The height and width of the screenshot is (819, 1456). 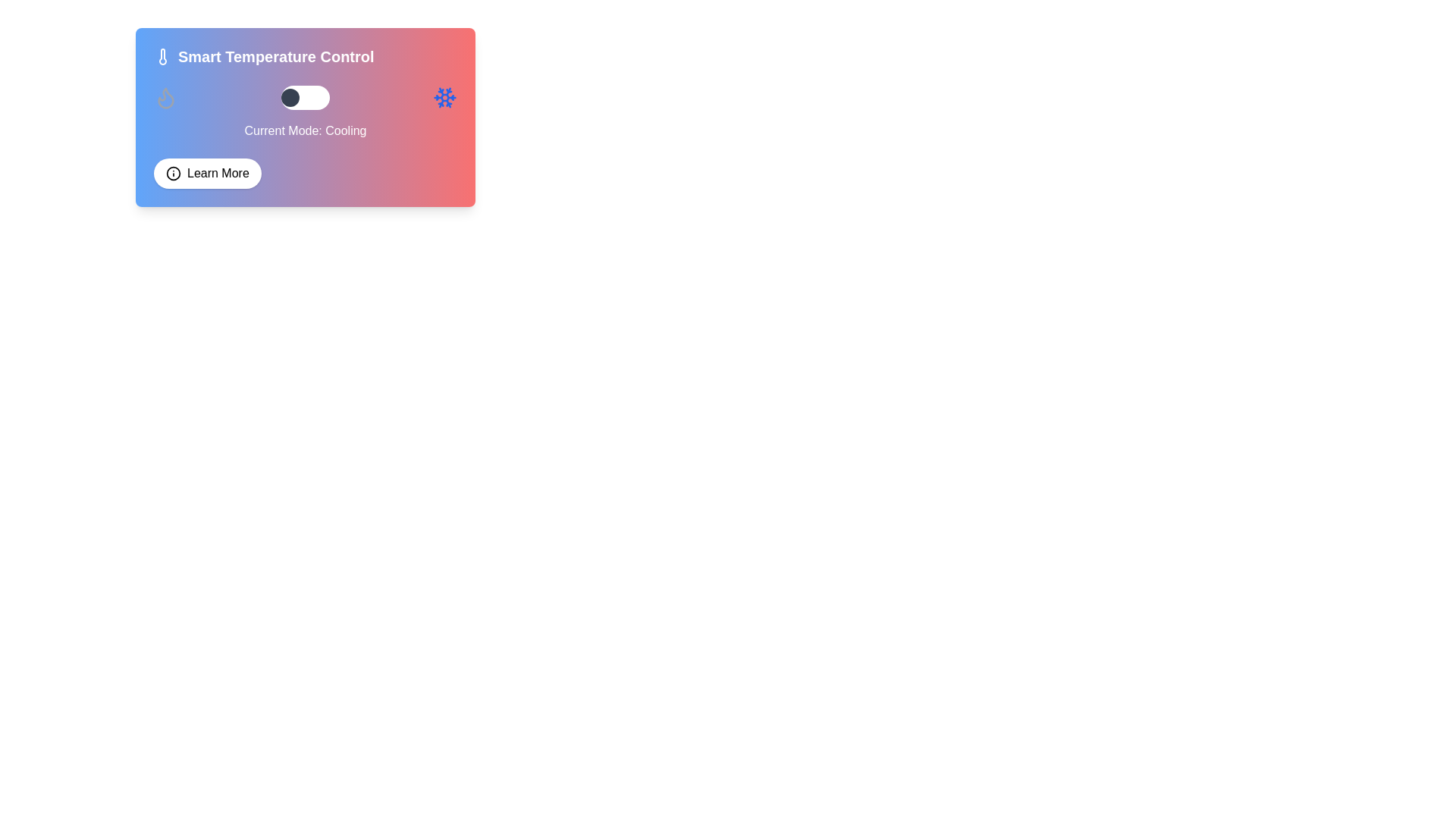 I want to click on the heading text element that indicates the content and purpose of the temperature control card, positioned prominently at the top of the card, so click(x=305, y=55).